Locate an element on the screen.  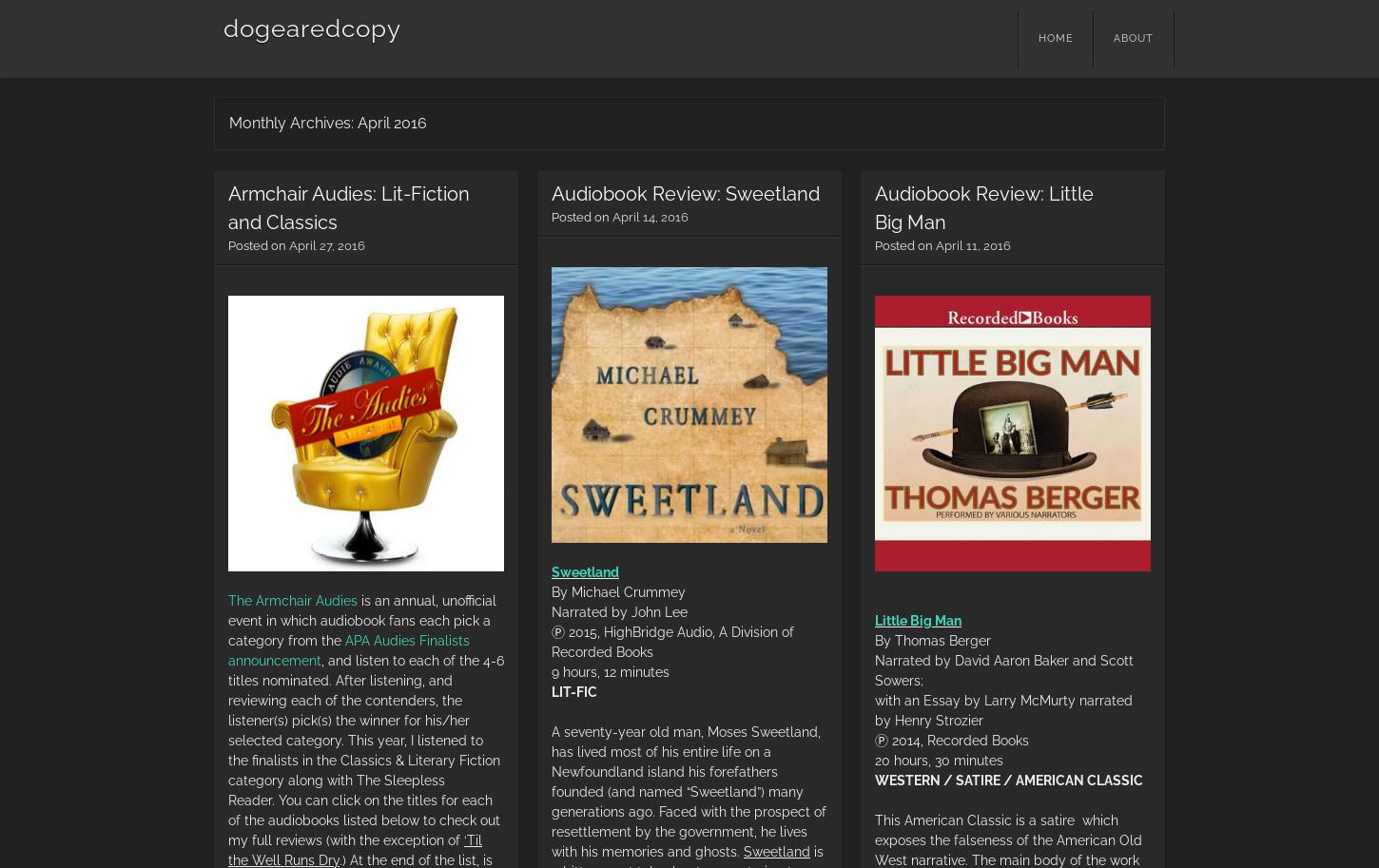
'is an annual, unofficial event in which audiobook fans each pick a category from the' is located at coordinates (226, 618).